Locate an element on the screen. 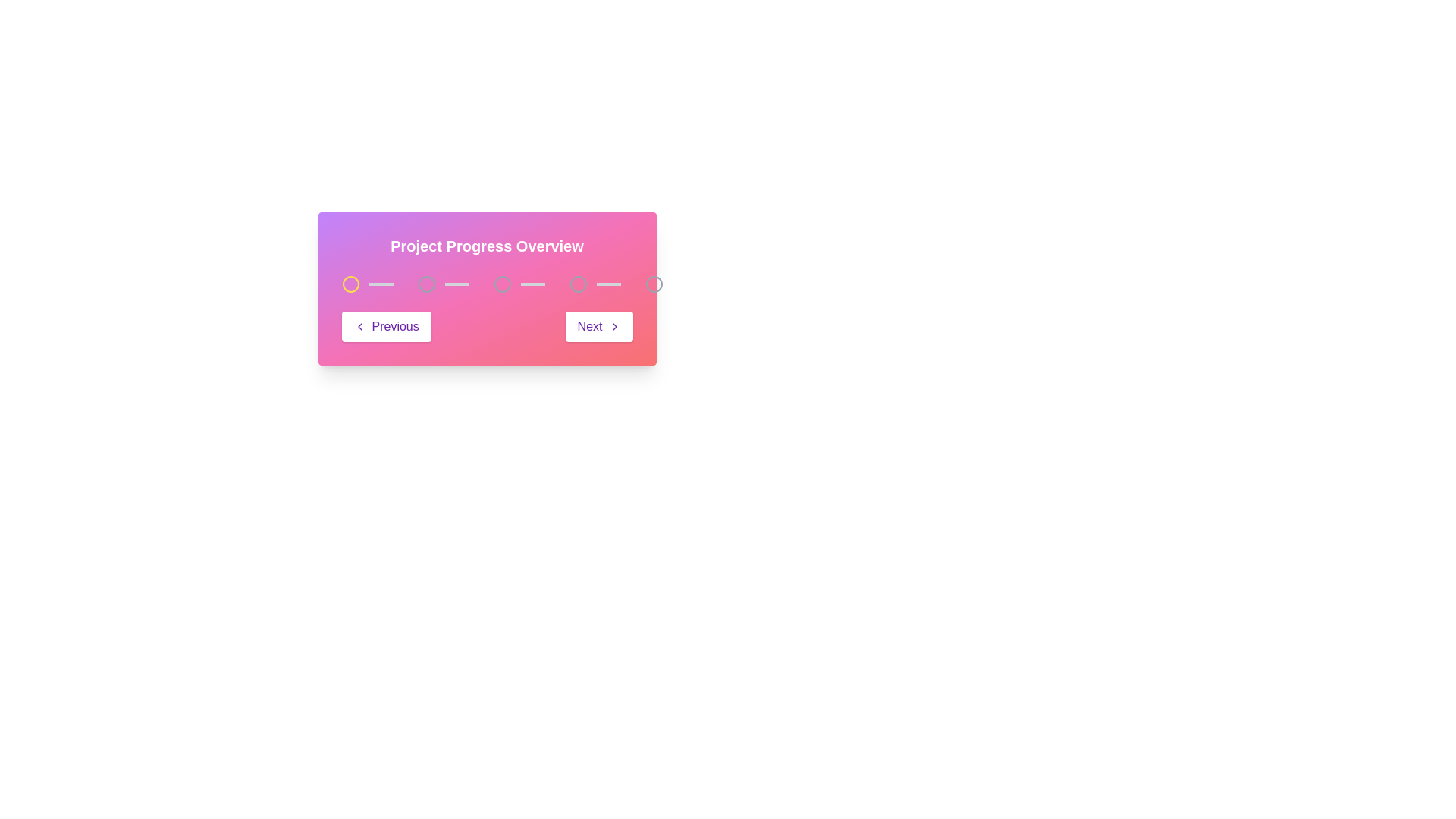 The width and height of the screenshot is (1456, 819). the fifth visual indicator (progress step) in the progress tracker, which is positioned towards the rightmost end of the layout group is located at coordinates (594, 284).